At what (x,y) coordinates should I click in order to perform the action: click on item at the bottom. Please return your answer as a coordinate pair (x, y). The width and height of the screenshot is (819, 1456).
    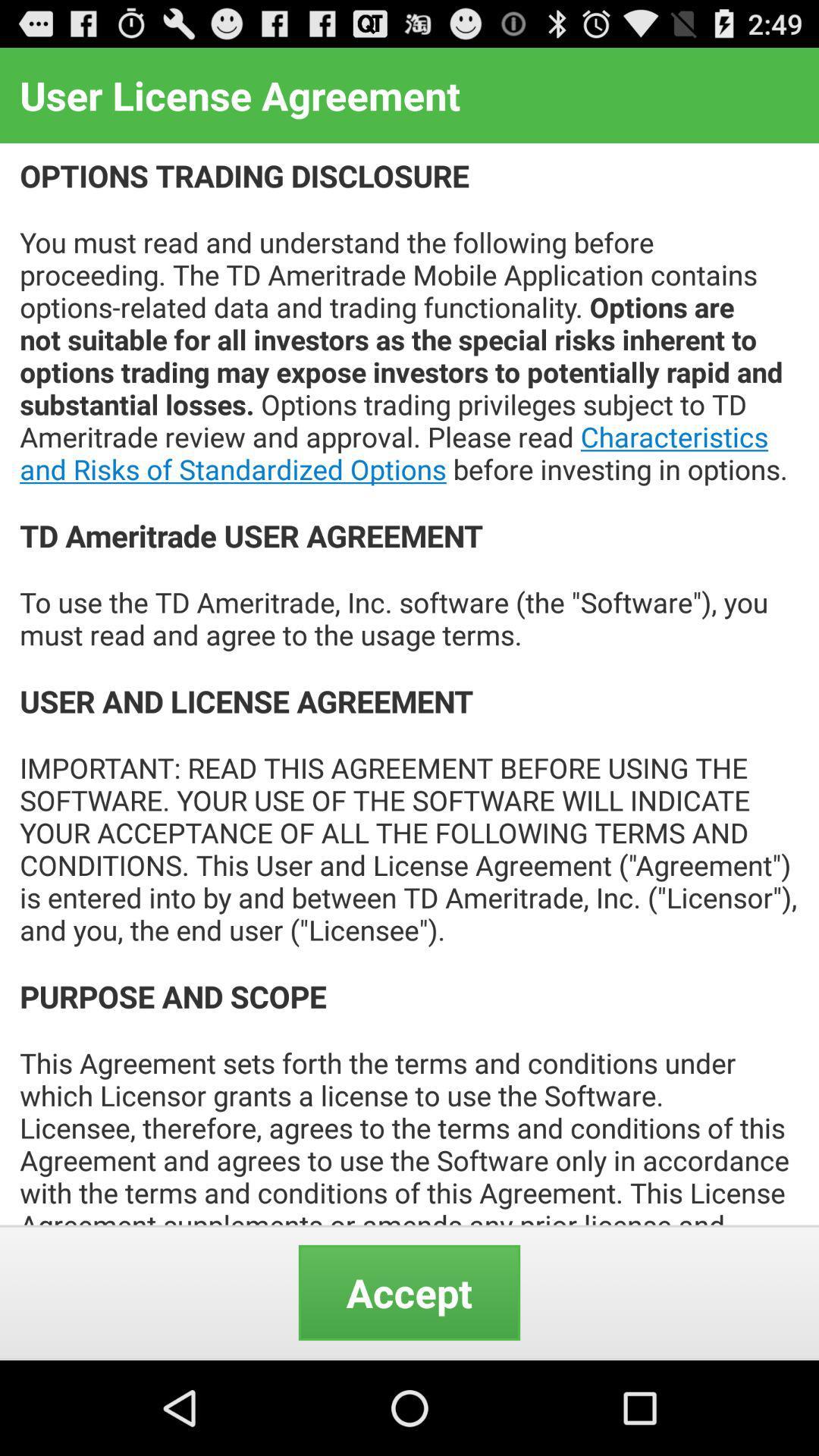
    Looking at the image, I should click on (409, 1291).